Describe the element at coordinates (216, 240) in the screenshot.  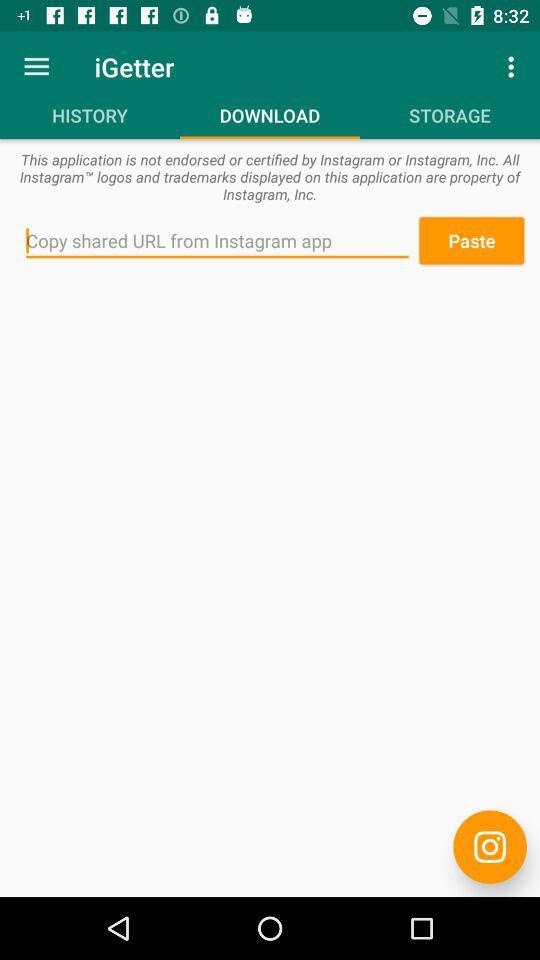
I see `insert url field` at that location.